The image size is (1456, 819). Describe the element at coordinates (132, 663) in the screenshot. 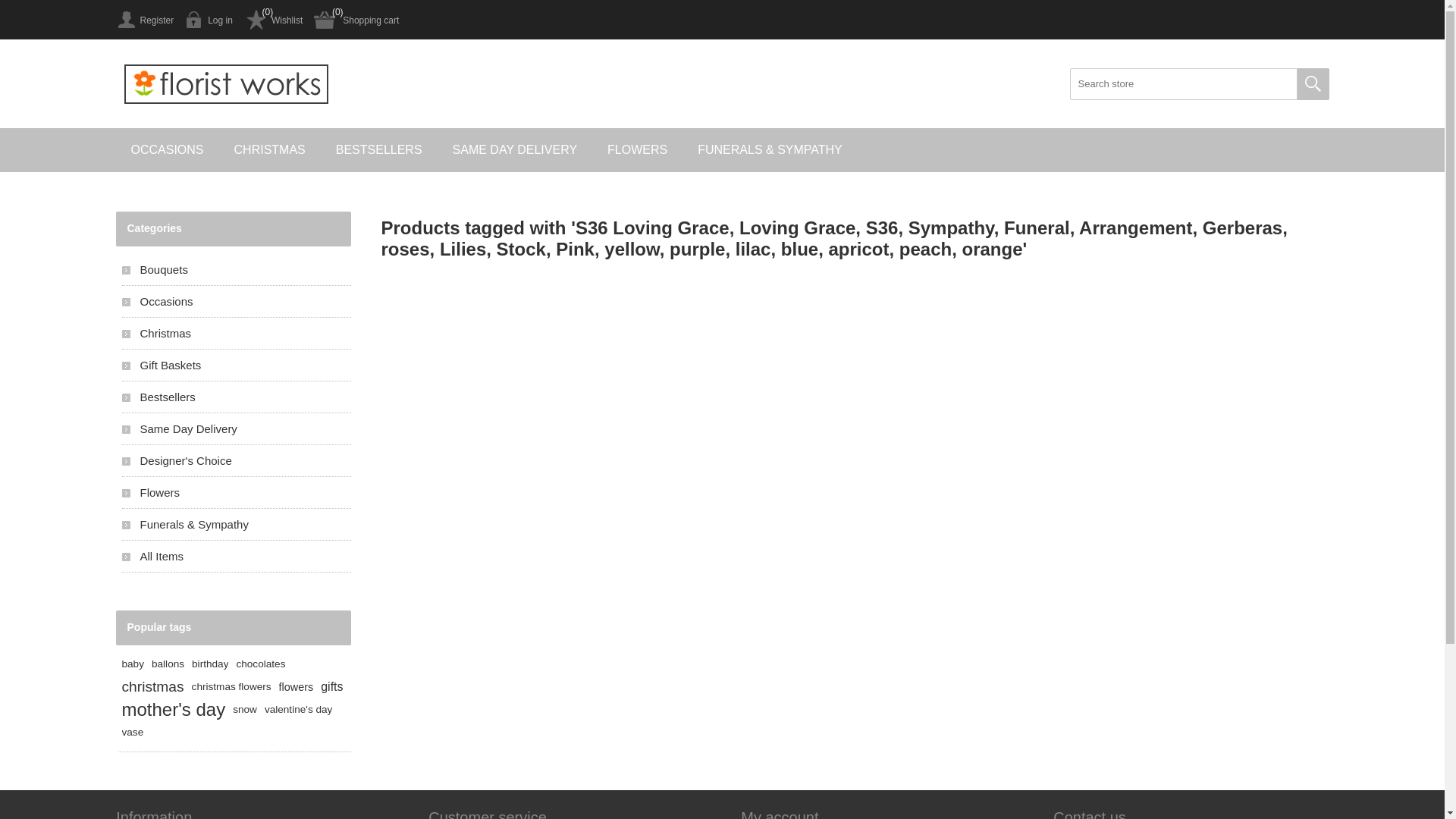

I see `'baby'` at that location.